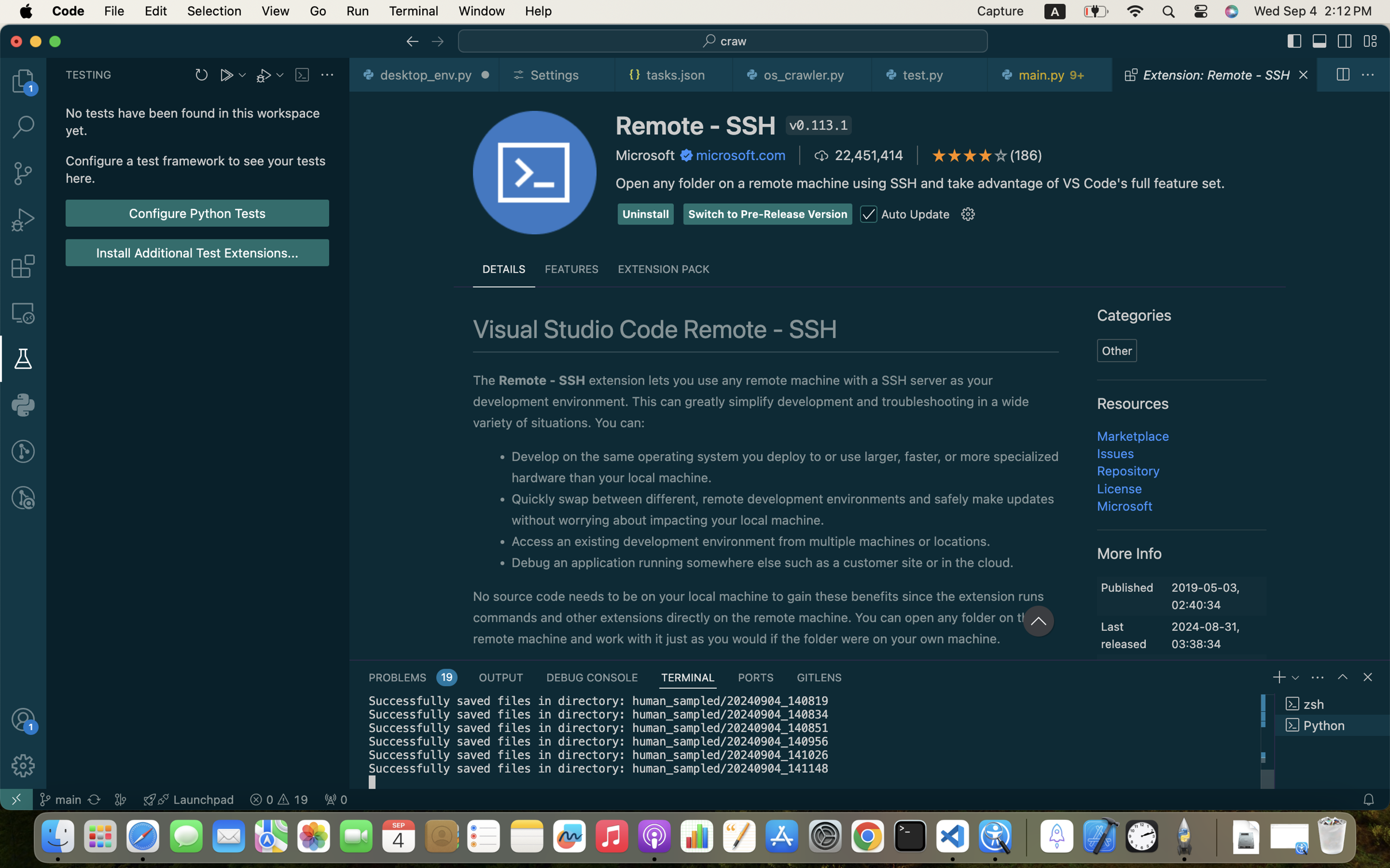 This screenshot has width=1390, height=868. I want to click on 'Published', so click(1126, 587).